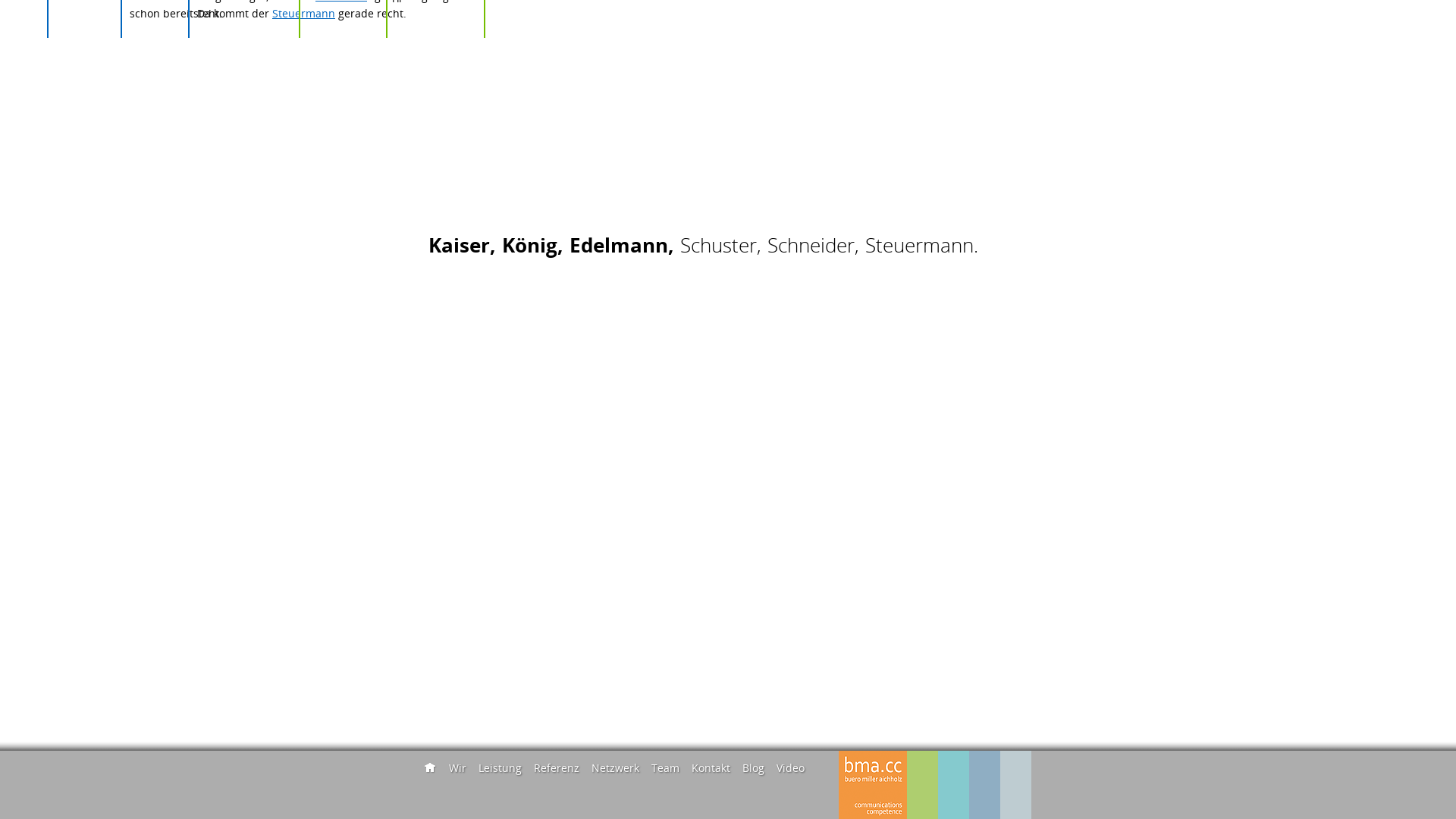 The image size is (1456, 819). Describe the element at coordinates (665, 767) in the screenshot. I see `'Team'` at that location.